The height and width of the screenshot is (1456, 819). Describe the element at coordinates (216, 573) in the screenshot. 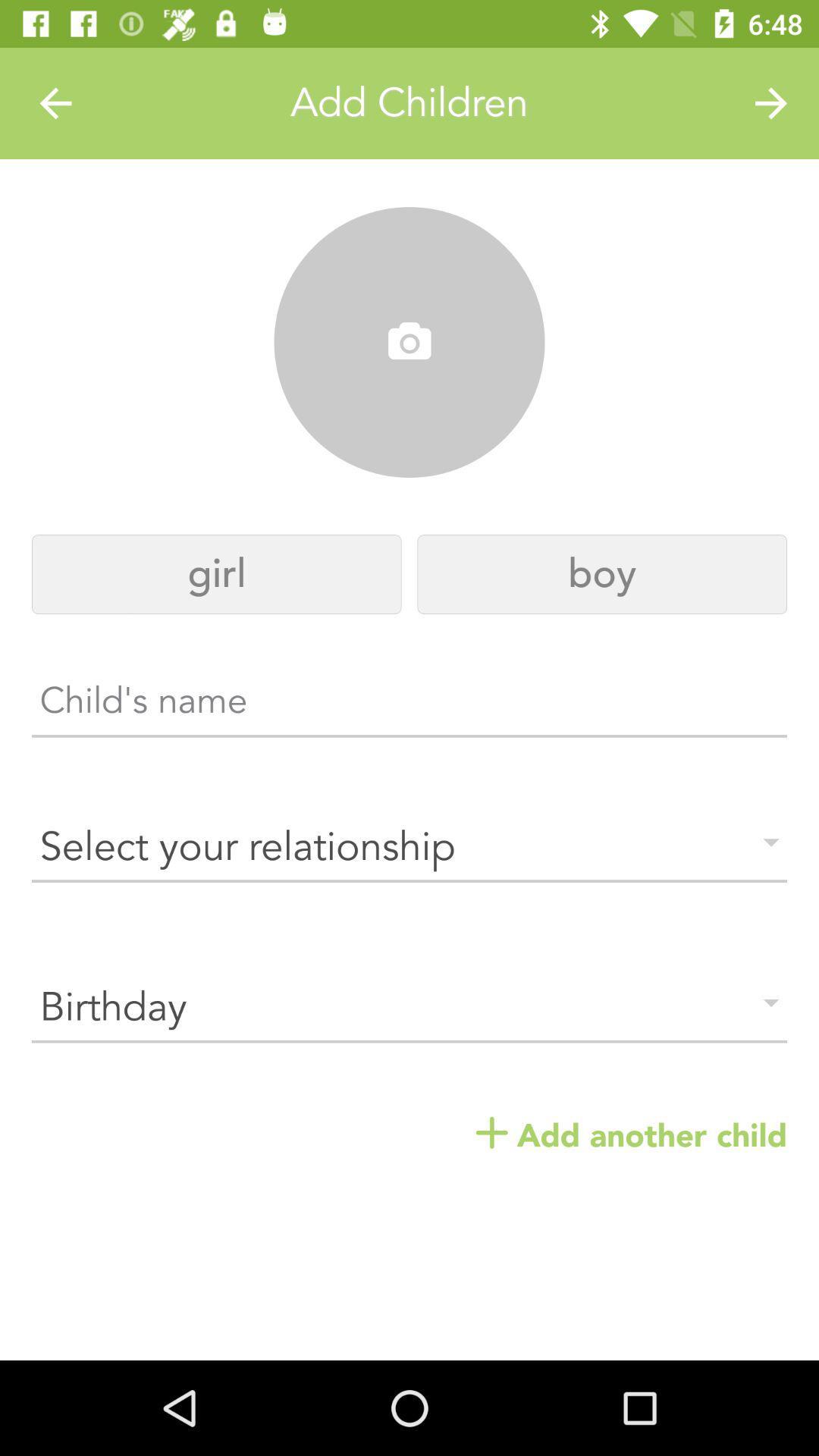

I see `the girl icon` at that location.